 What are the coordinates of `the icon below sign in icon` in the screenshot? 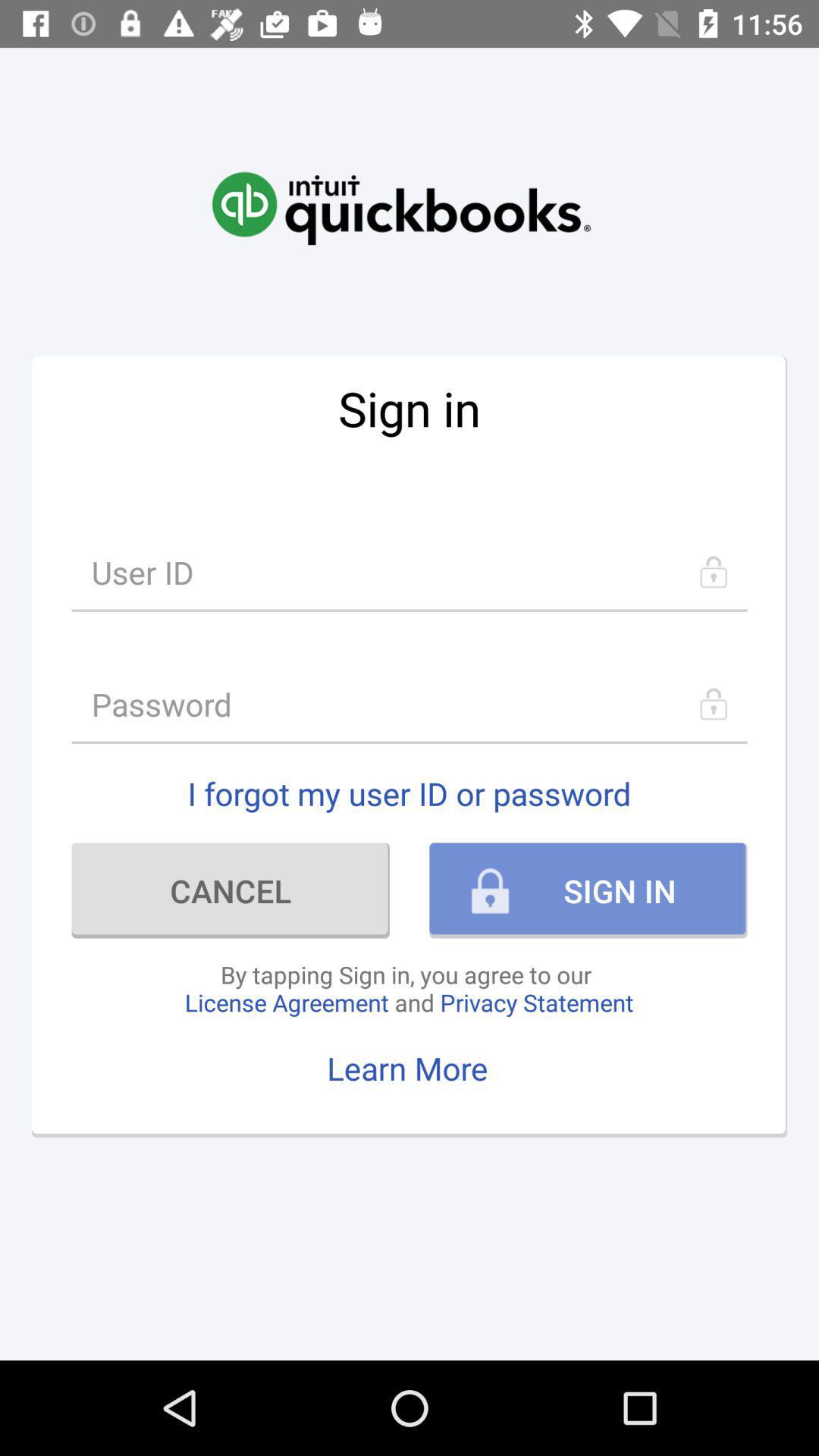 It's located at (409, 571).